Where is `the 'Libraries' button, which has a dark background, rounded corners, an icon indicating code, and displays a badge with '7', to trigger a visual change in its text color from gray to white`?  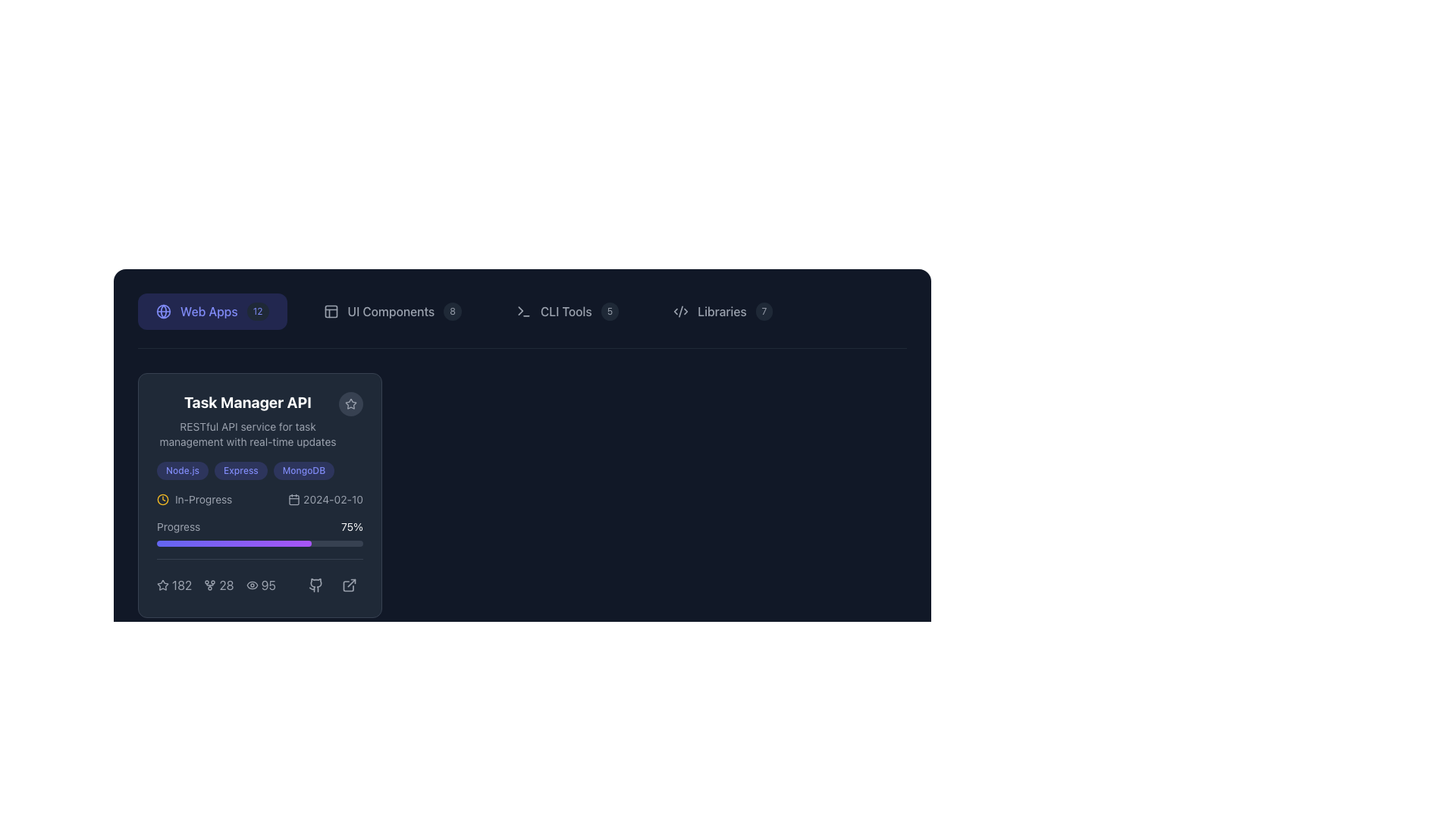 the 'Libraries' button, which has a dark background, rounded corners, an icon indicating code, and displays a badge with '7', to trigger a visual change in its text color from gray to white is located at coordinates (722, 311).